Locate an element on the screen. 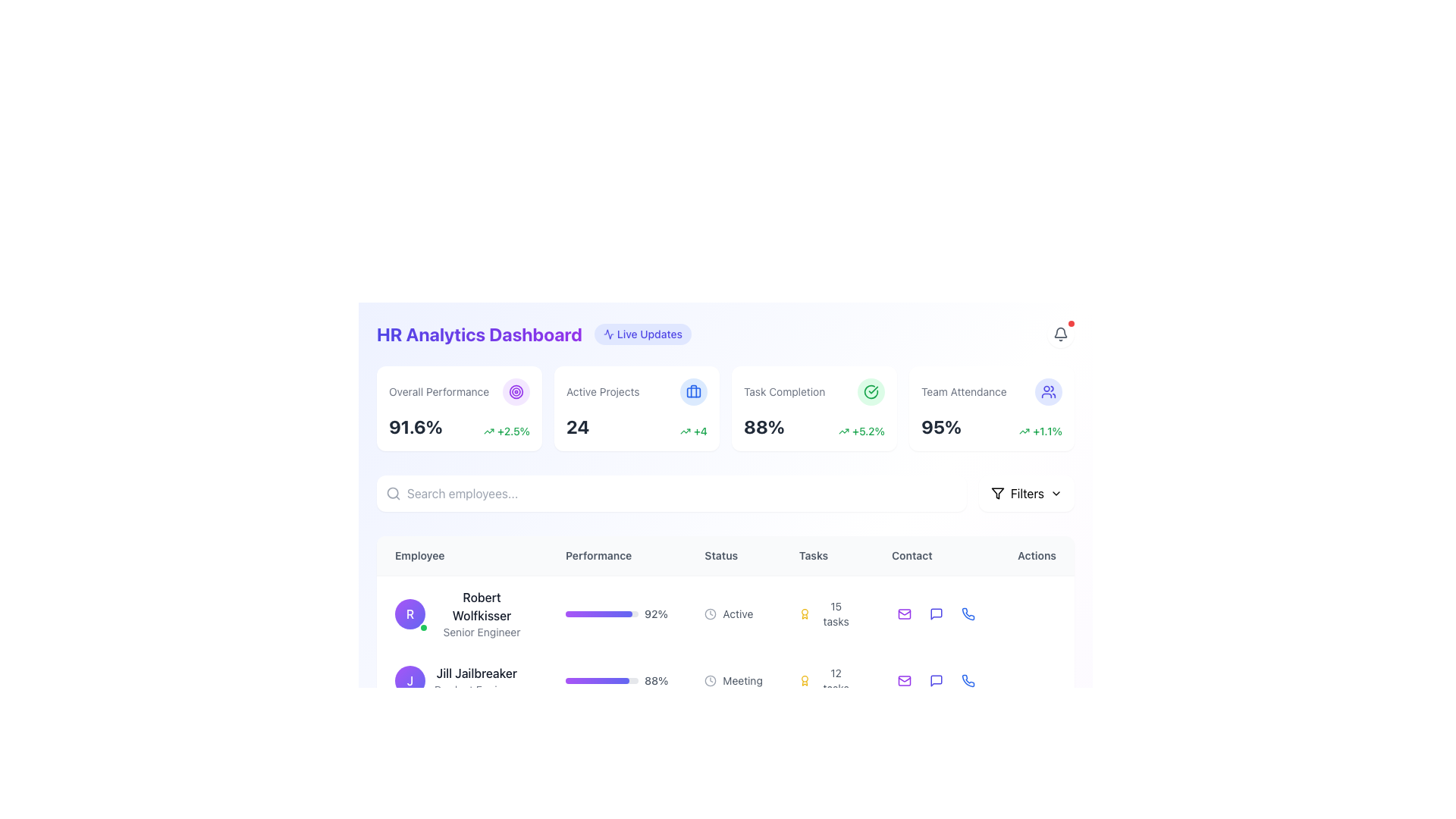 The height and width of the screenshot is (819, 1456). the text element displaying '91.6%' in bold font within the 'Overall Performance' card, located in the top-left region of the dashboard is located at coordinates (416, 427).